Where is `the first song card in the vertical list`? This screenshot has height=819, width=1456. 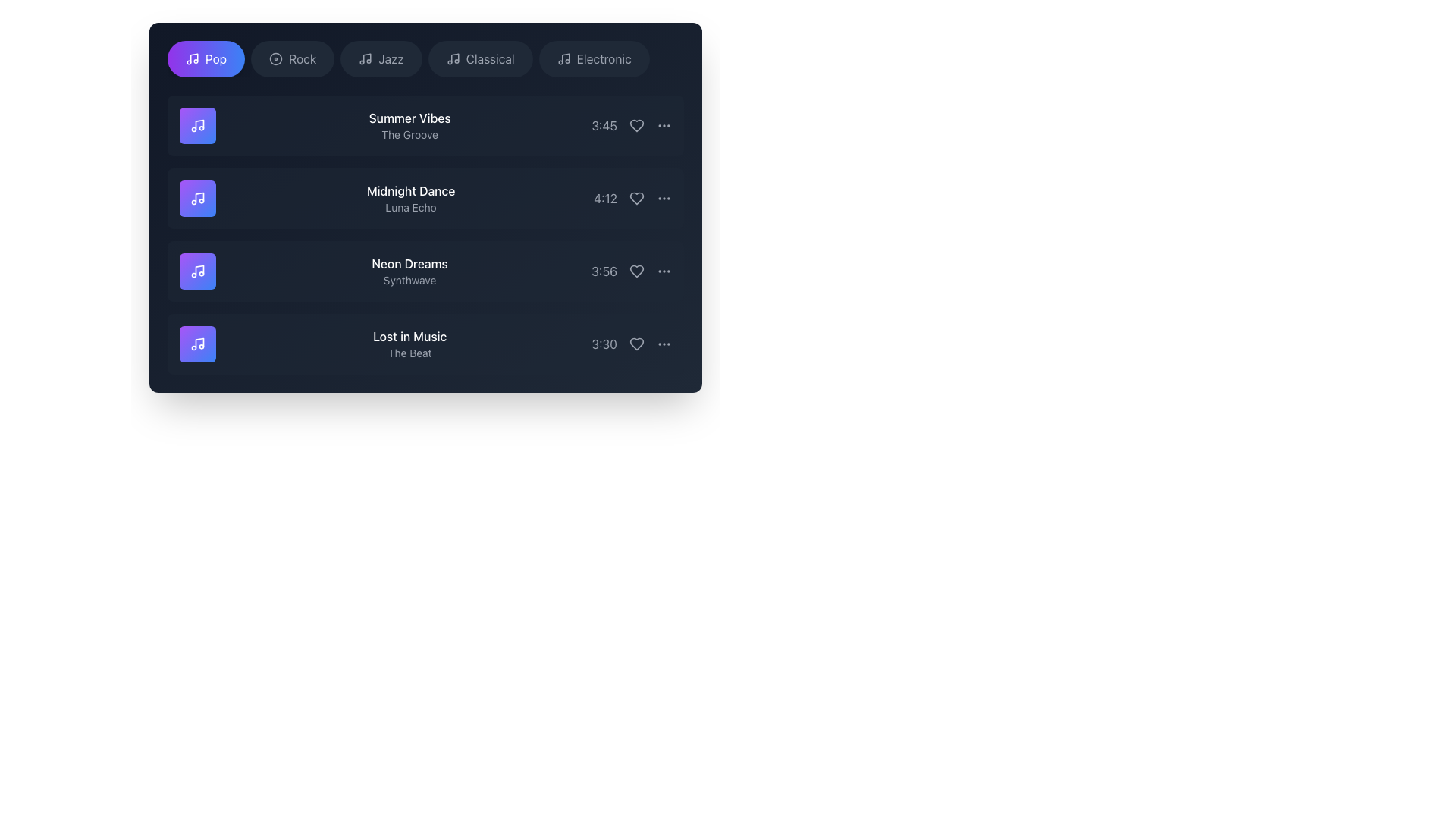 the first song card in the vertical list is located at coordinates (425, 124).